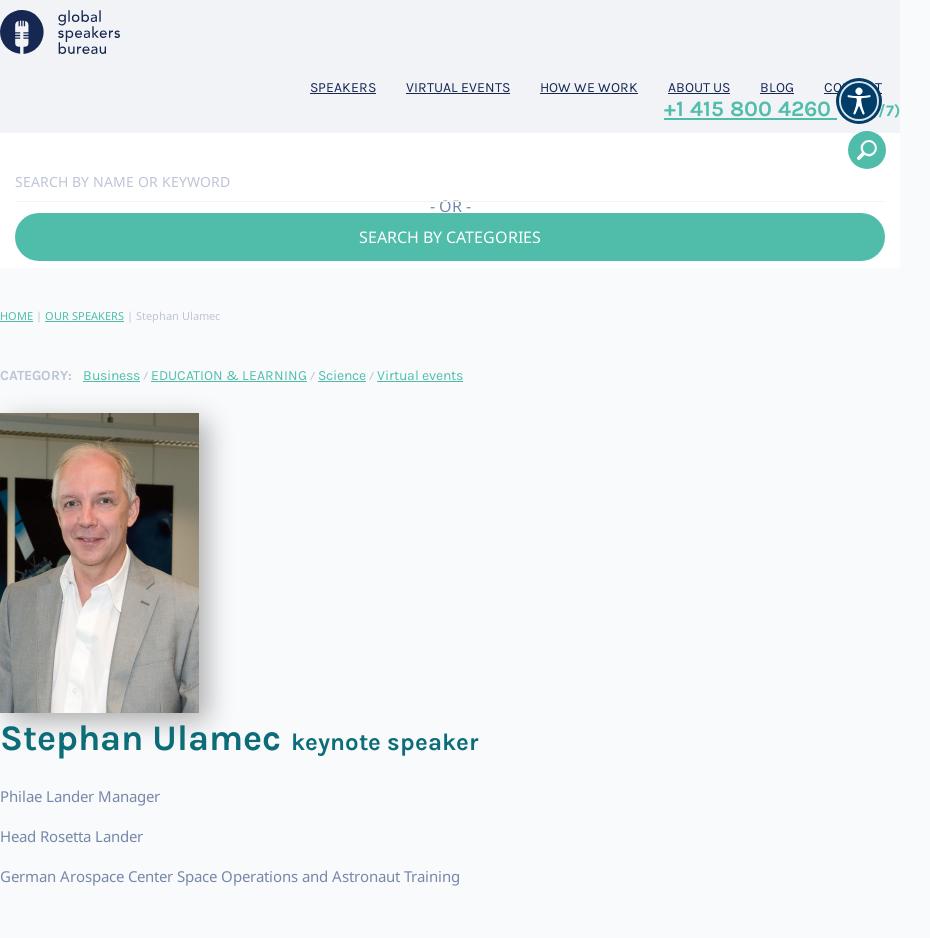  What do you see at coordinates (79, 793) in the screenshot?
I see `'Philae Lander Manager'` at bounding box center [79, 793].